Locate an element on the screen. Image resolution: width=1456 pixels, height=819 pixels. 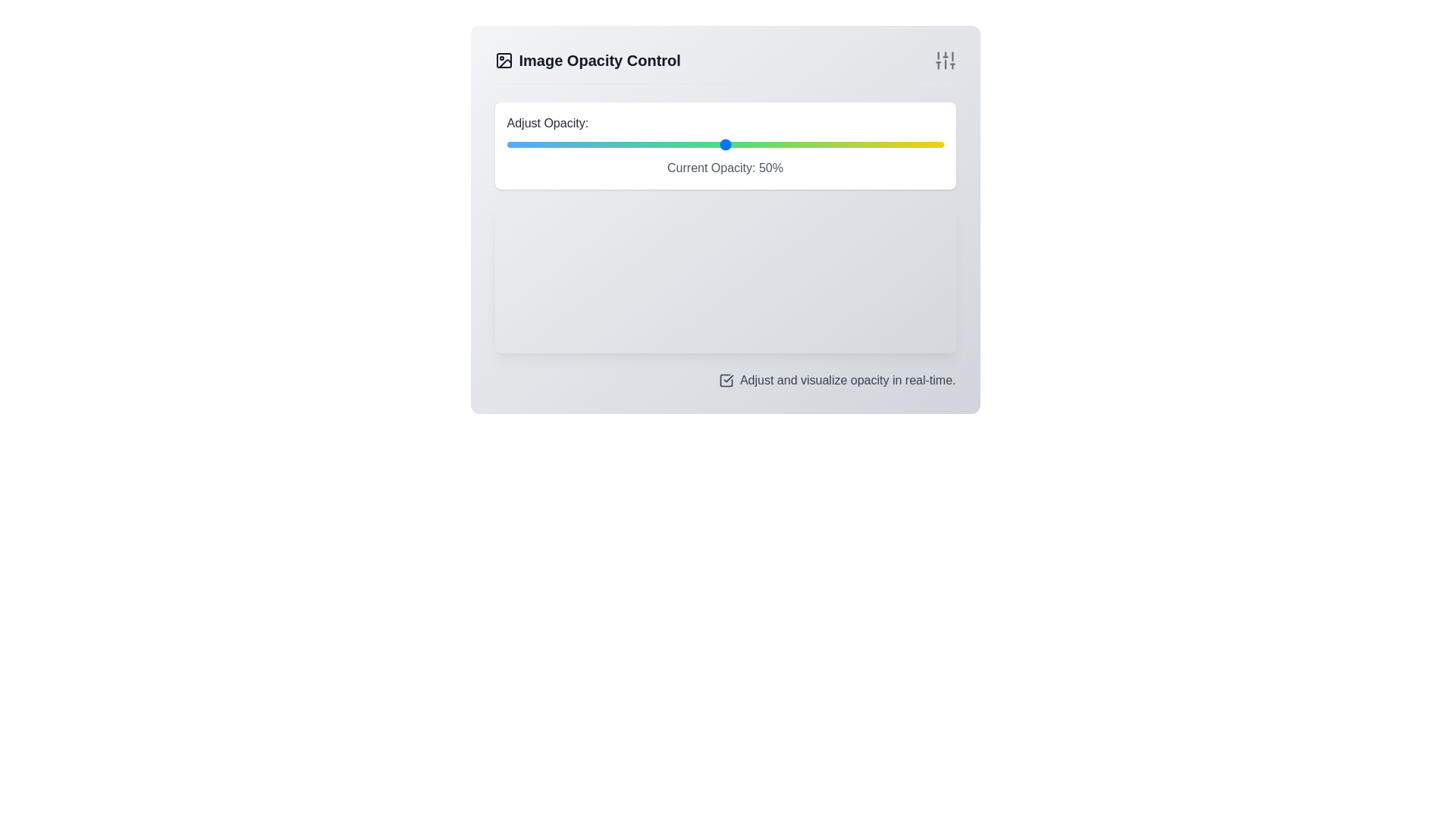
the checkbox located to the left of the label 'Adjust and visualize opacity in real-time.' is located at coordinates (724, 379).